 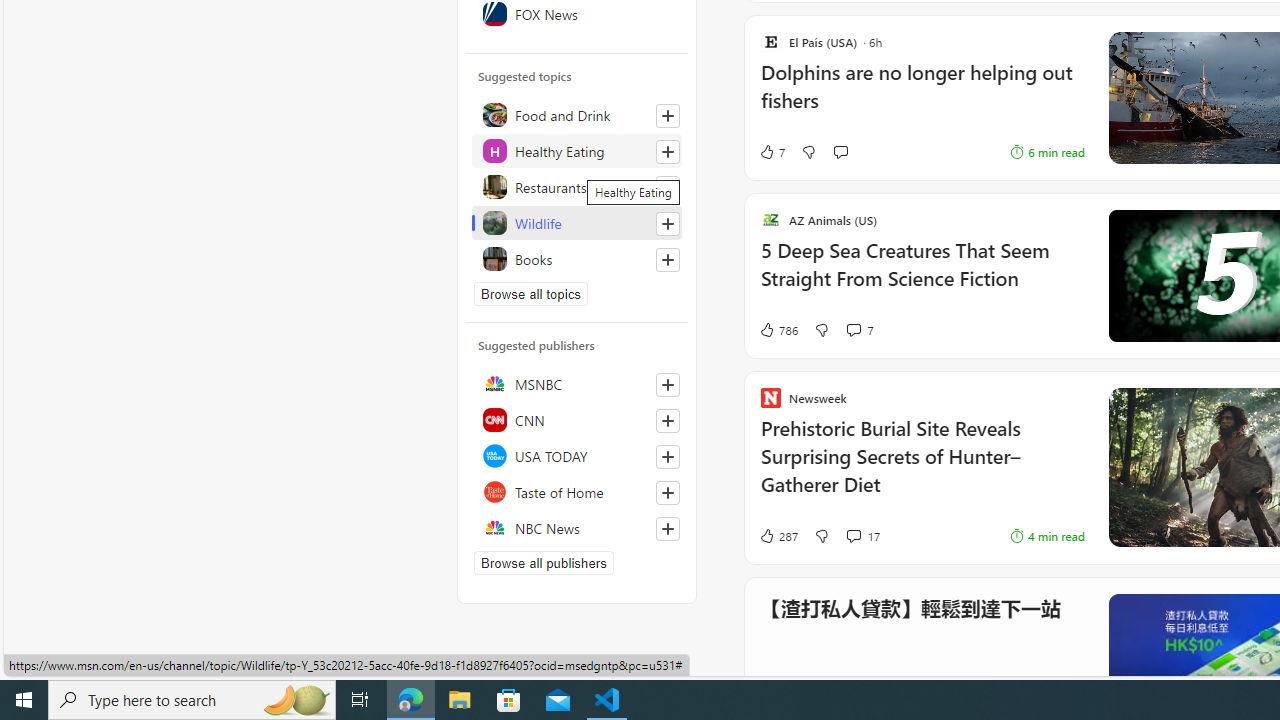 What do you see at coordinates (777, 329) in the screenshot?
I see `'786 Like'` at bounding box center [777, 329].